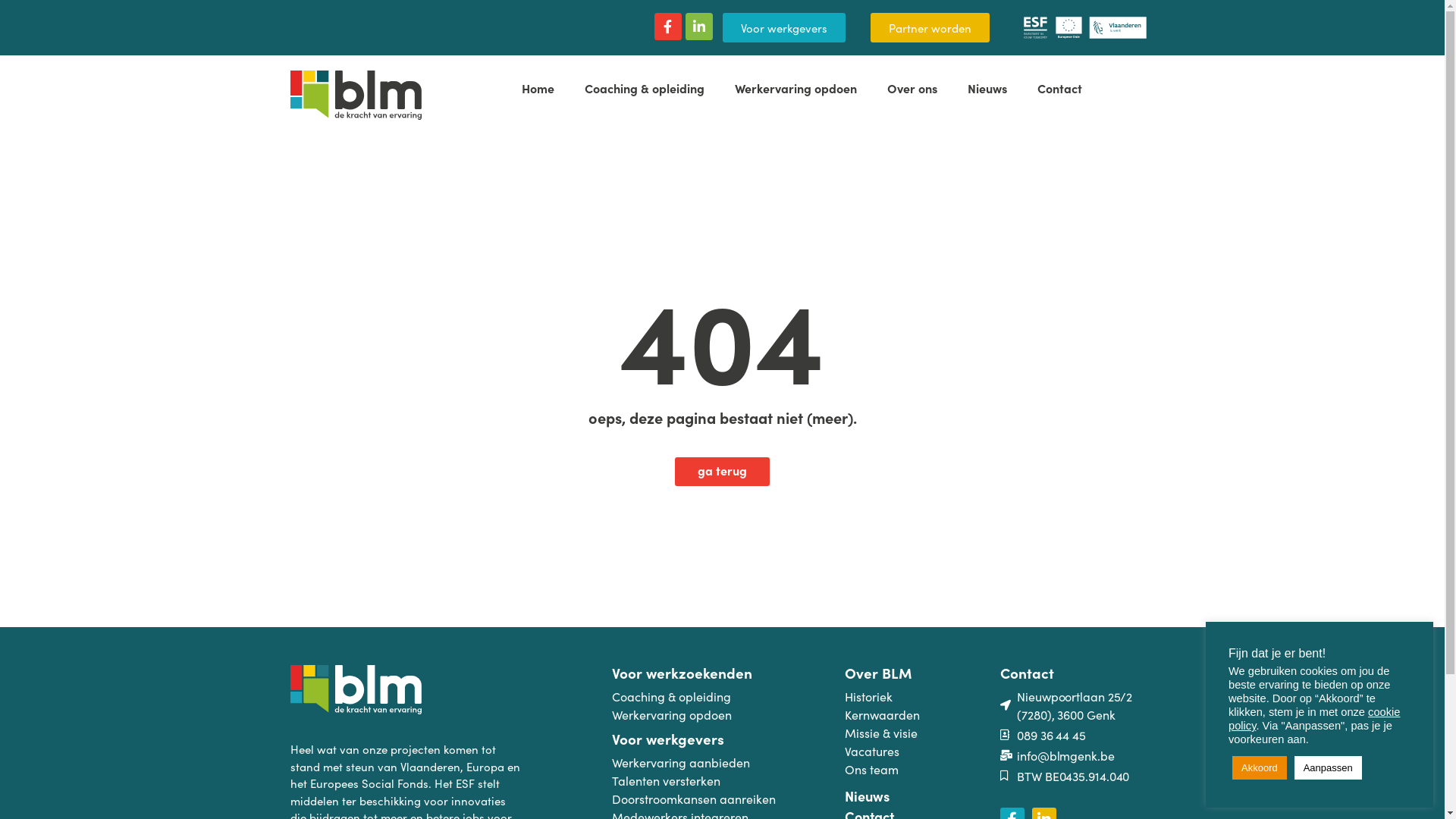 This screenshot has height=819, width=1456. I want to click on 'Ons team', so click(843, 769).